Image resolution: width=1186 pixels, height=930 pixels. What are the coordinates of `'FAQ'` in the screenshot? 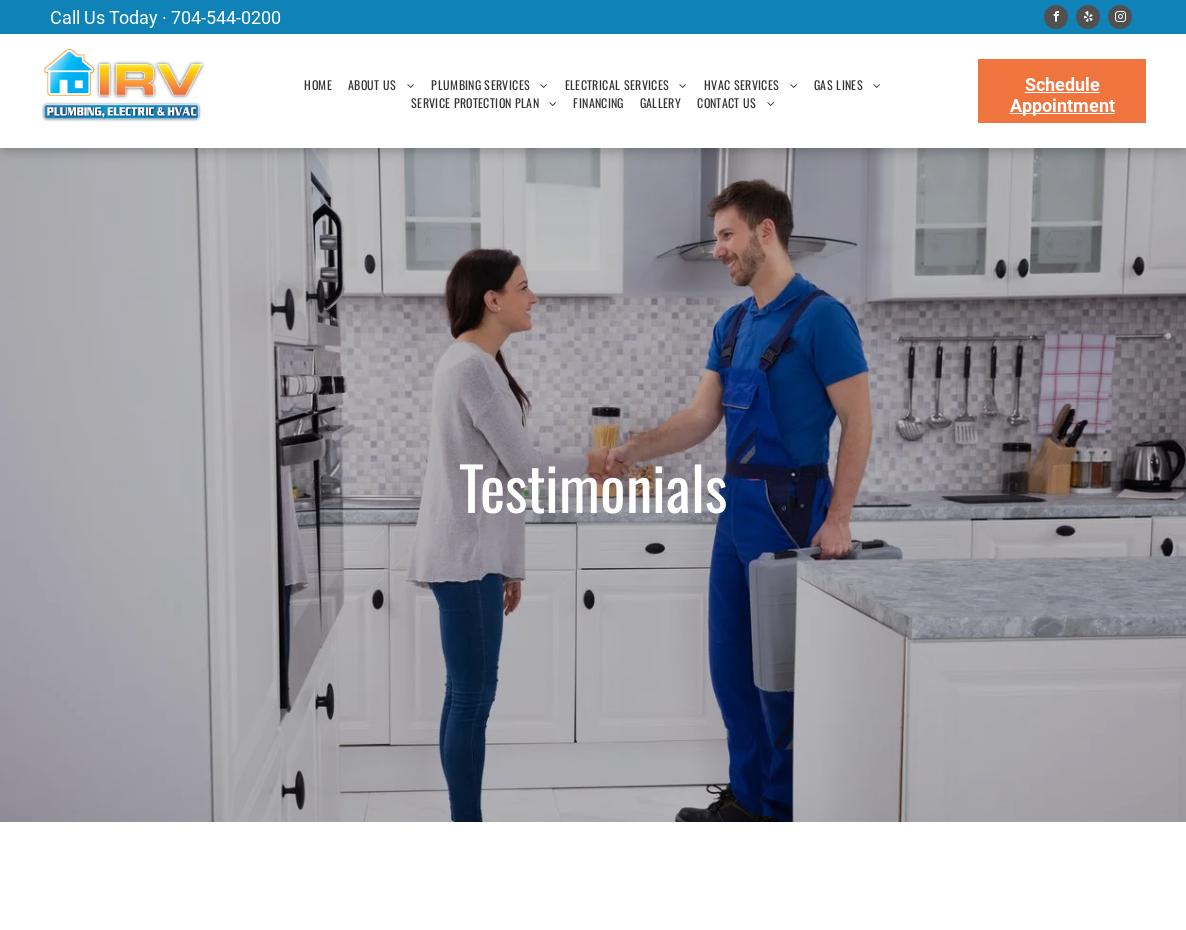 It's located at (694, 174).